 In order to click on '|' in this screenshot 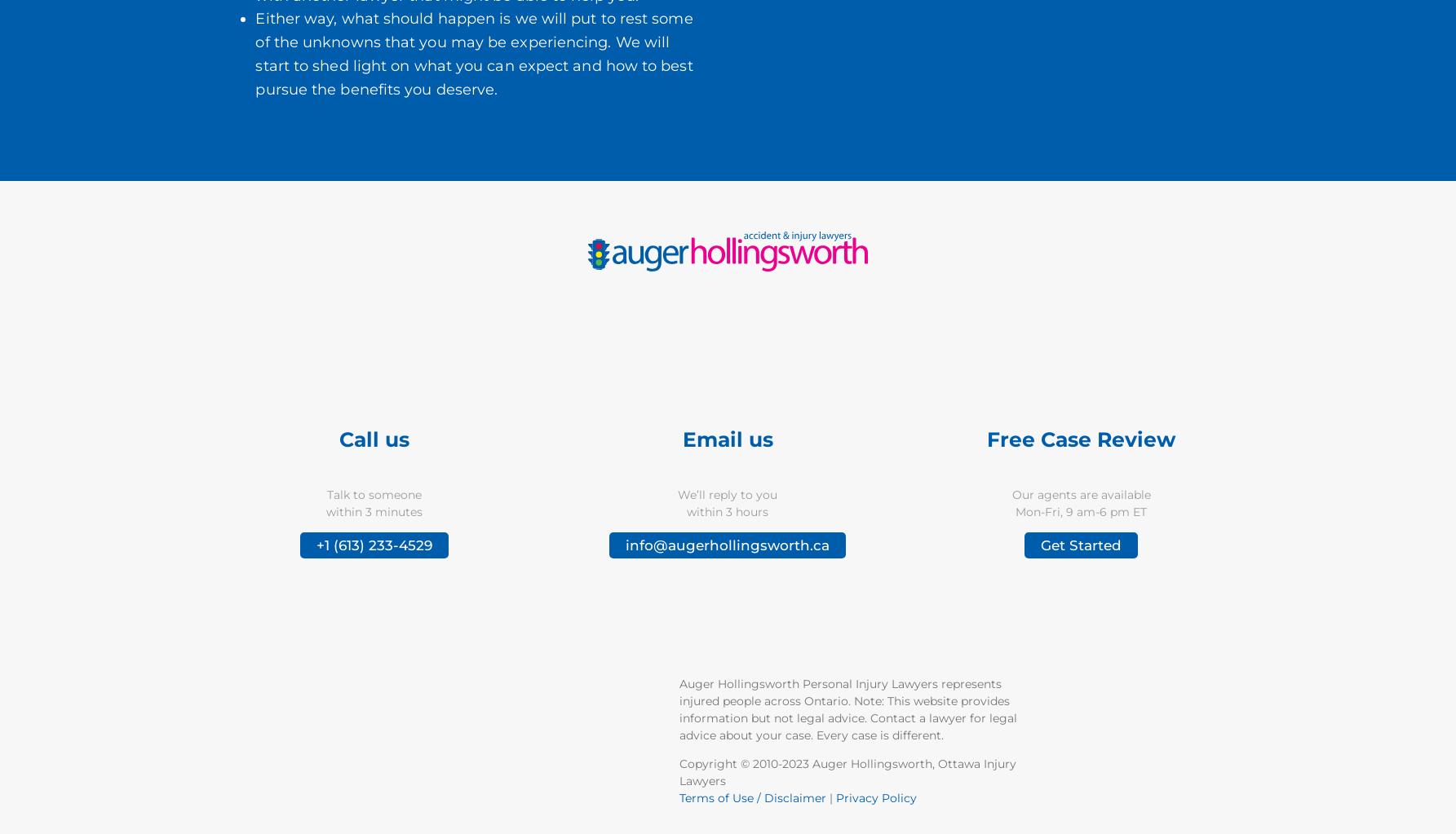, I will do `click(824, 798)`.